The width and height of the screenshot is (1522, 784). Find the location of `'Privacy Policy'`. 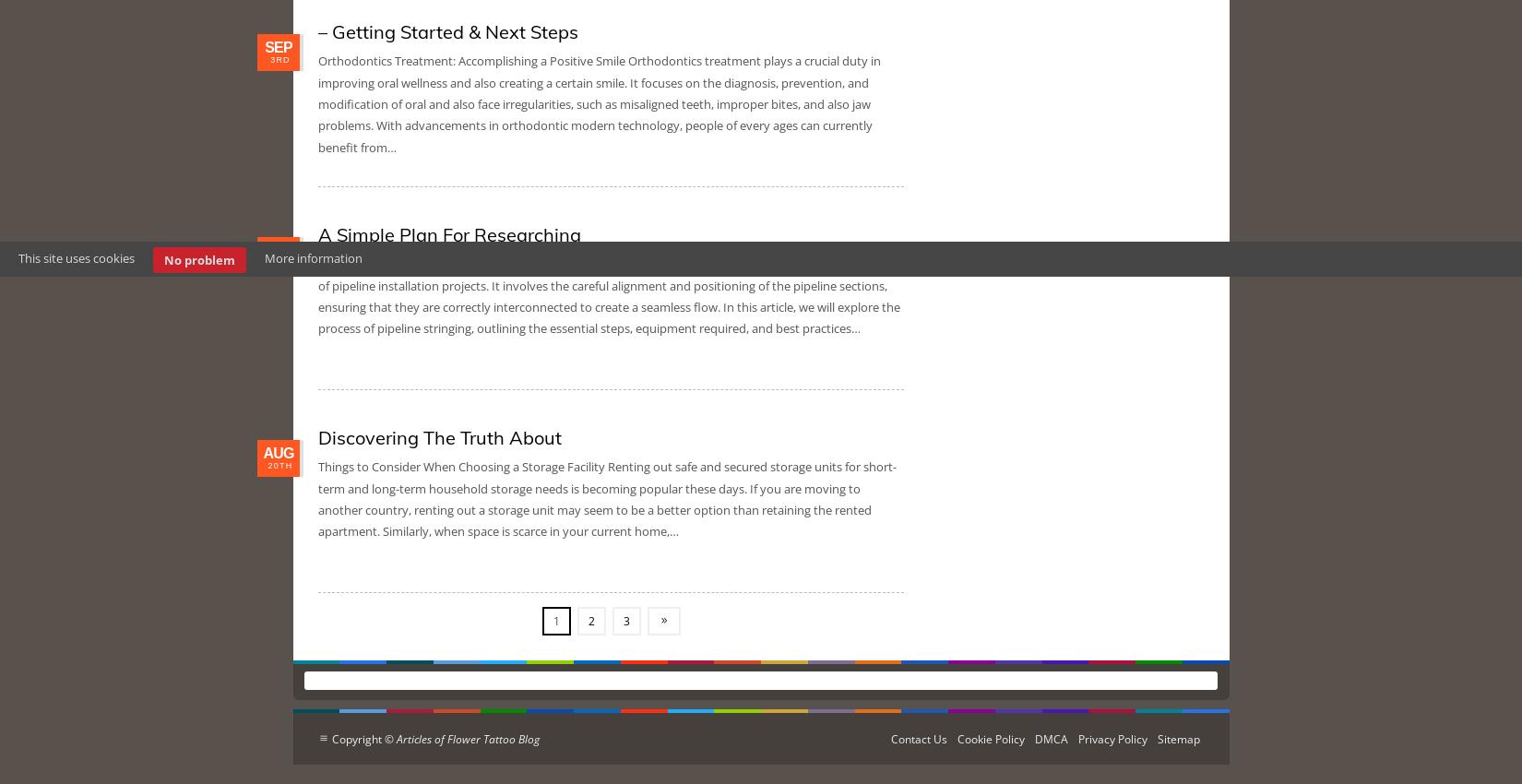

'Privacy Policy' is located at coordinates (1112, 738).